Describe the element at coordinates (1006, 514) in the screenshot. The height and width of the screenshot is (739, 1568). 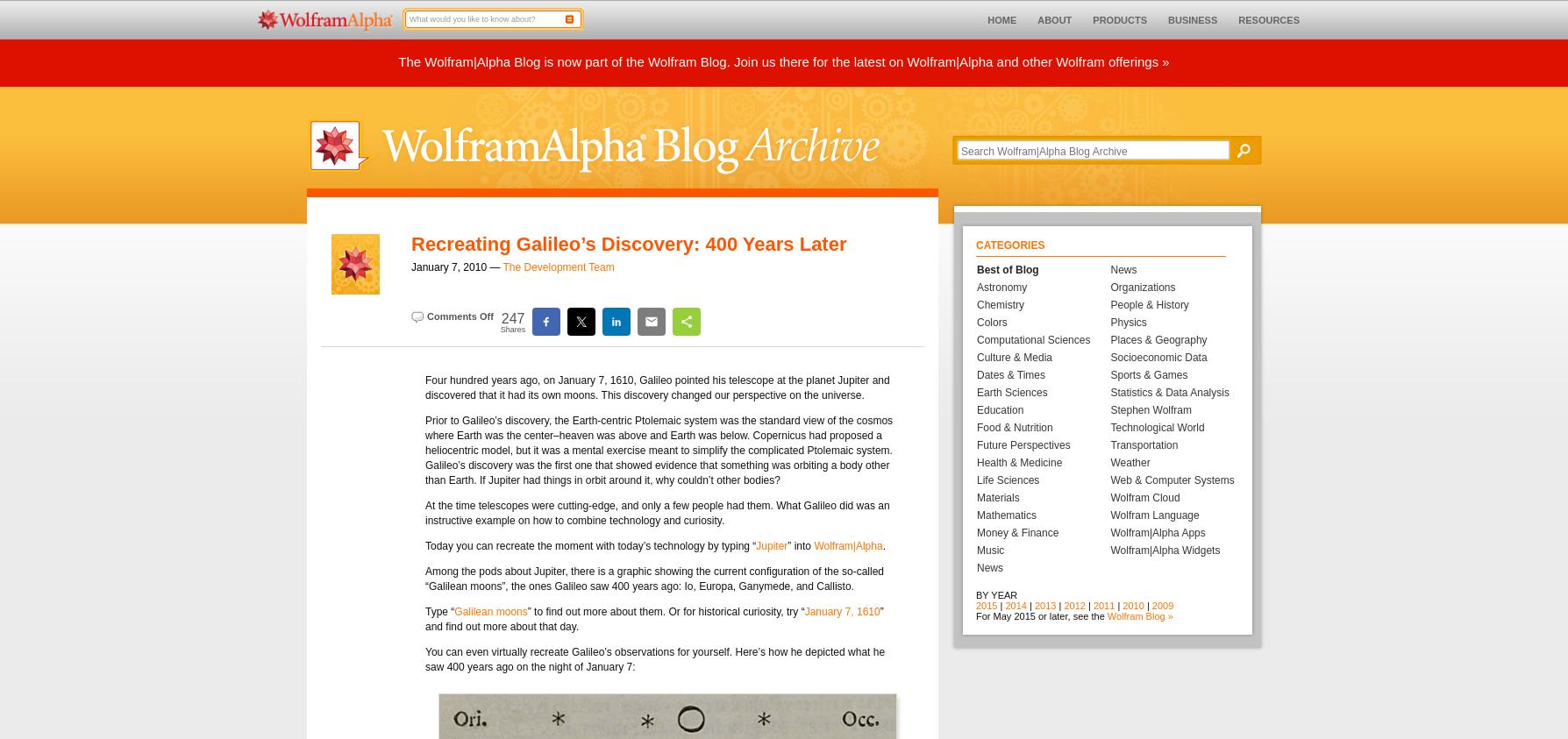
I see `'Mathematics'` at that location.